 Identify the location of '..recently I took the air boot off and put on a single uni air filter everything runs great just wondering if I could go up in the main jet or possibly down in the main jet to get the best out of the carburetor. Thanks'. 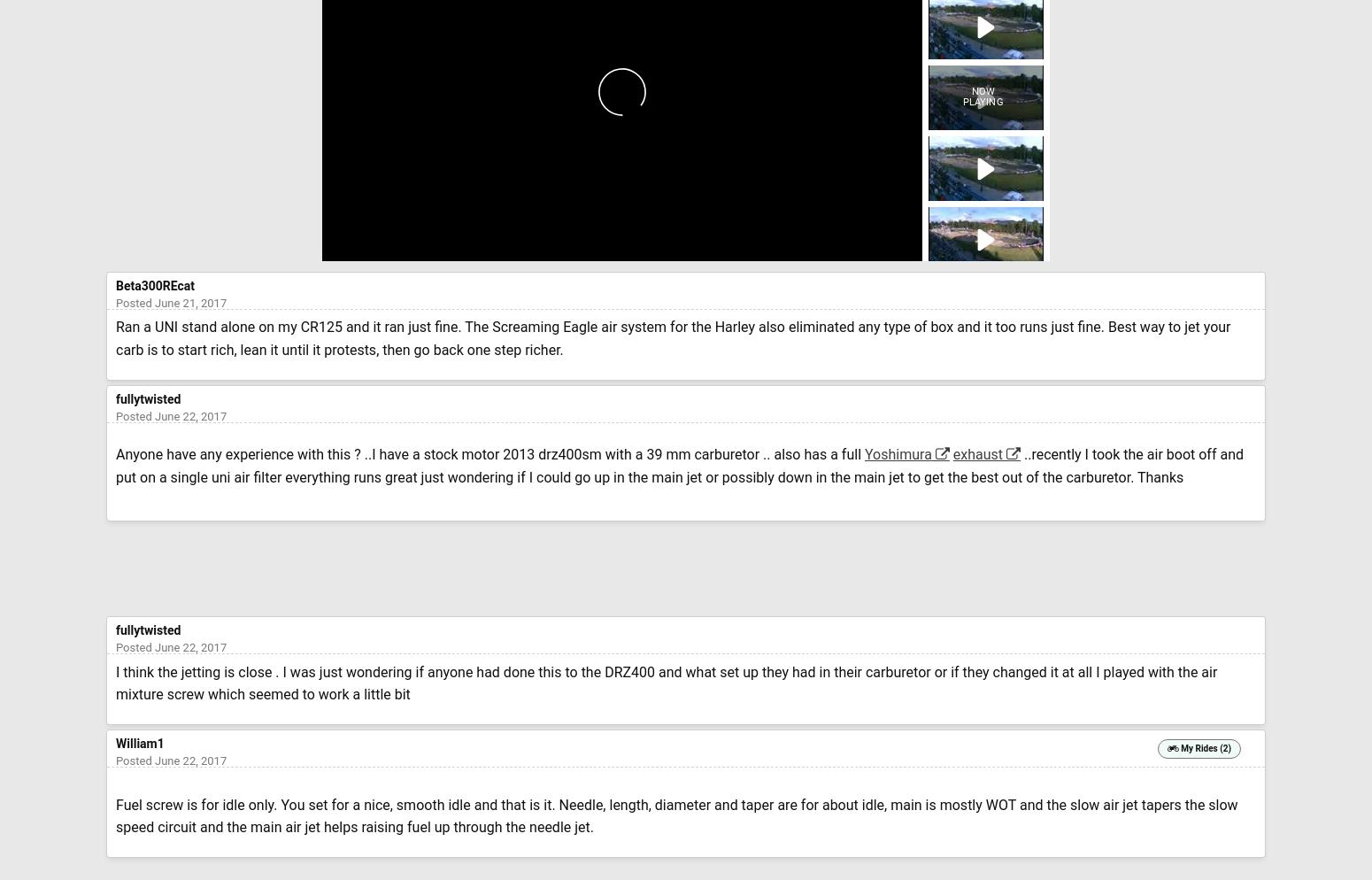
(115, 466).